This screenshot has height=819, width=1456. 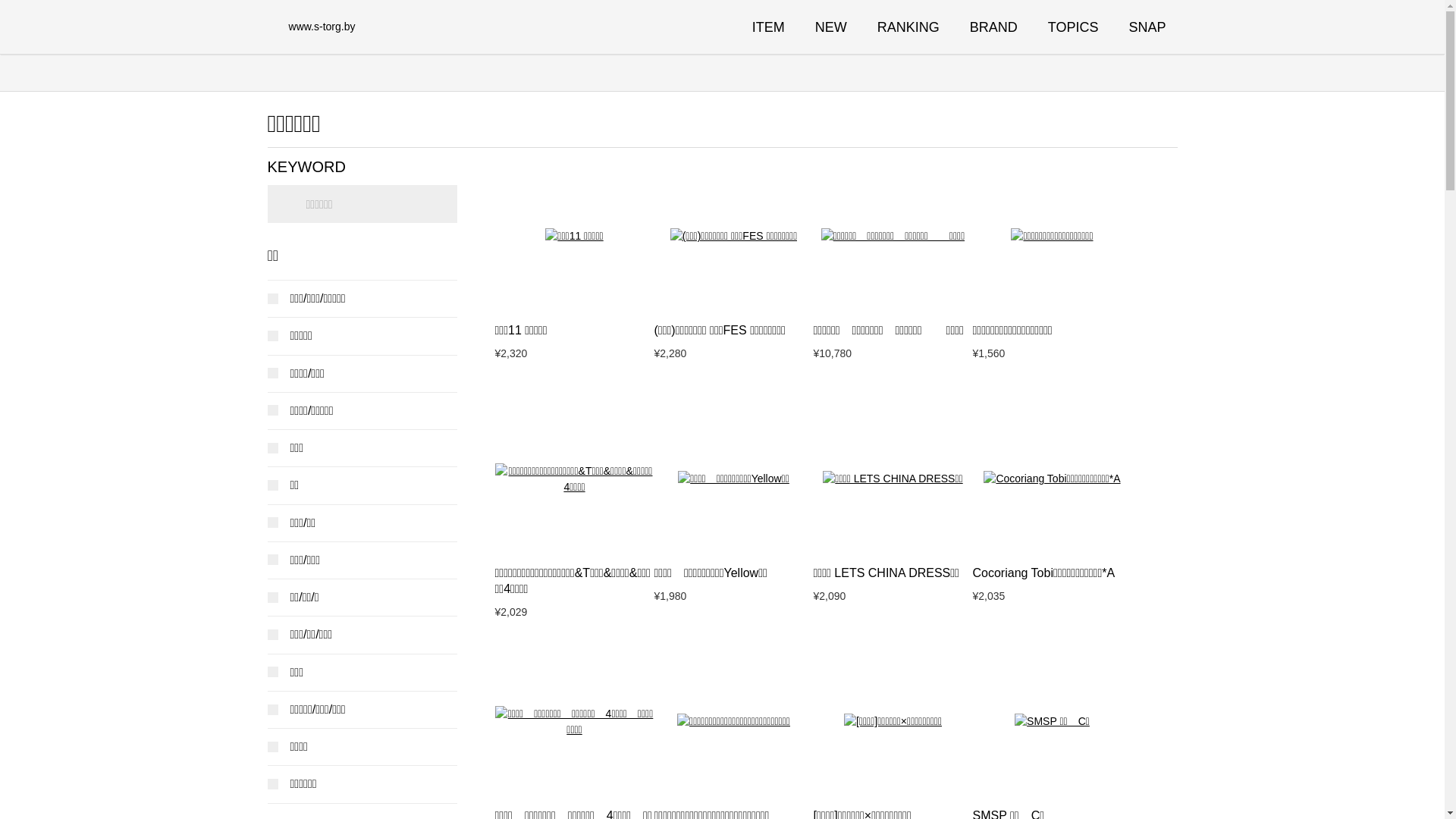 What do you see at coordinates (830, 27) in the screenshot?
I see `'NEW'` at bounding box center [830, 27].